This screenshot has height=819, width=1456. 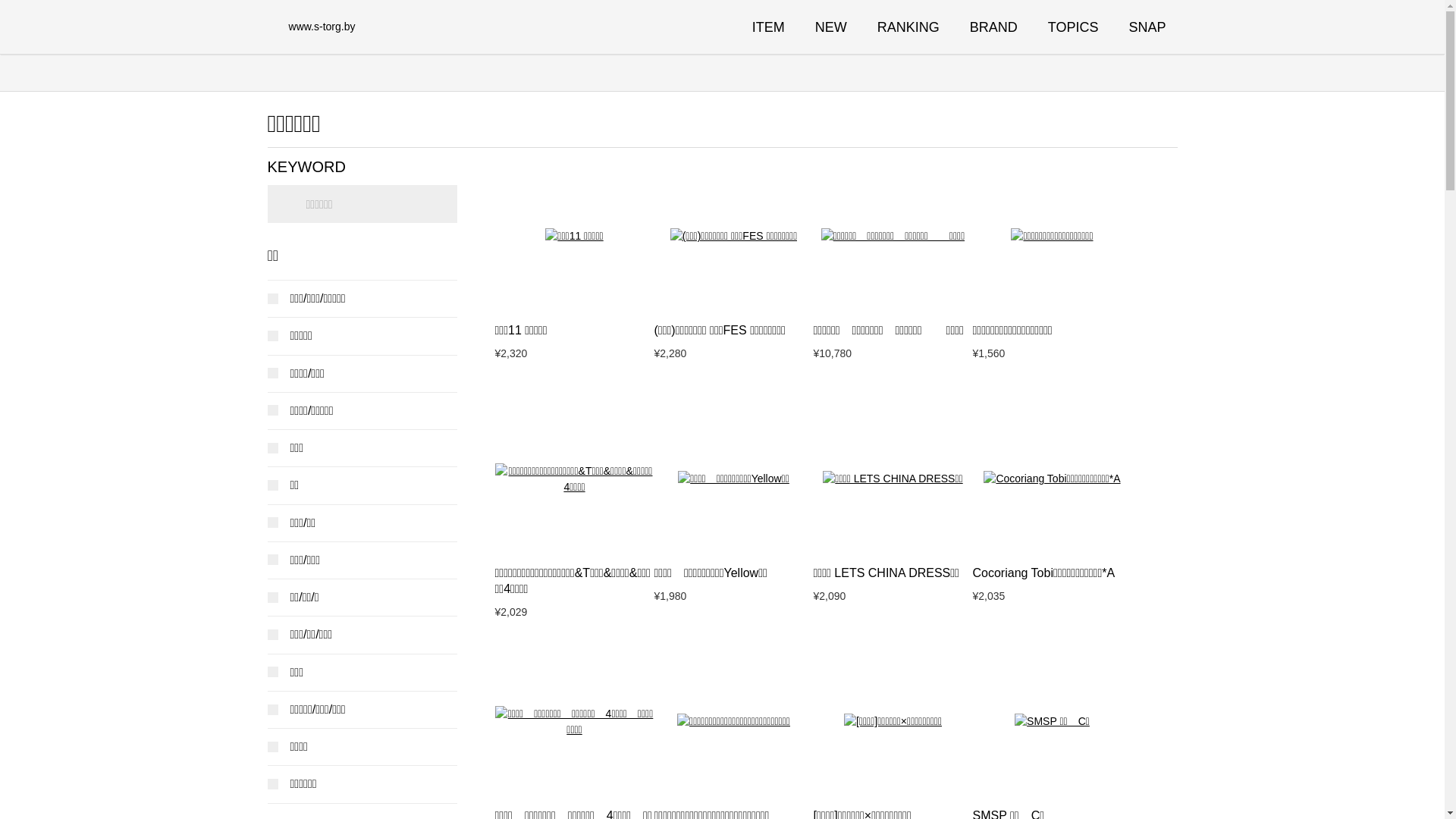 What do you see at coordinates (830, 27) in the screenshot?
I see `'NEW'` at bounding box center [830, 27].